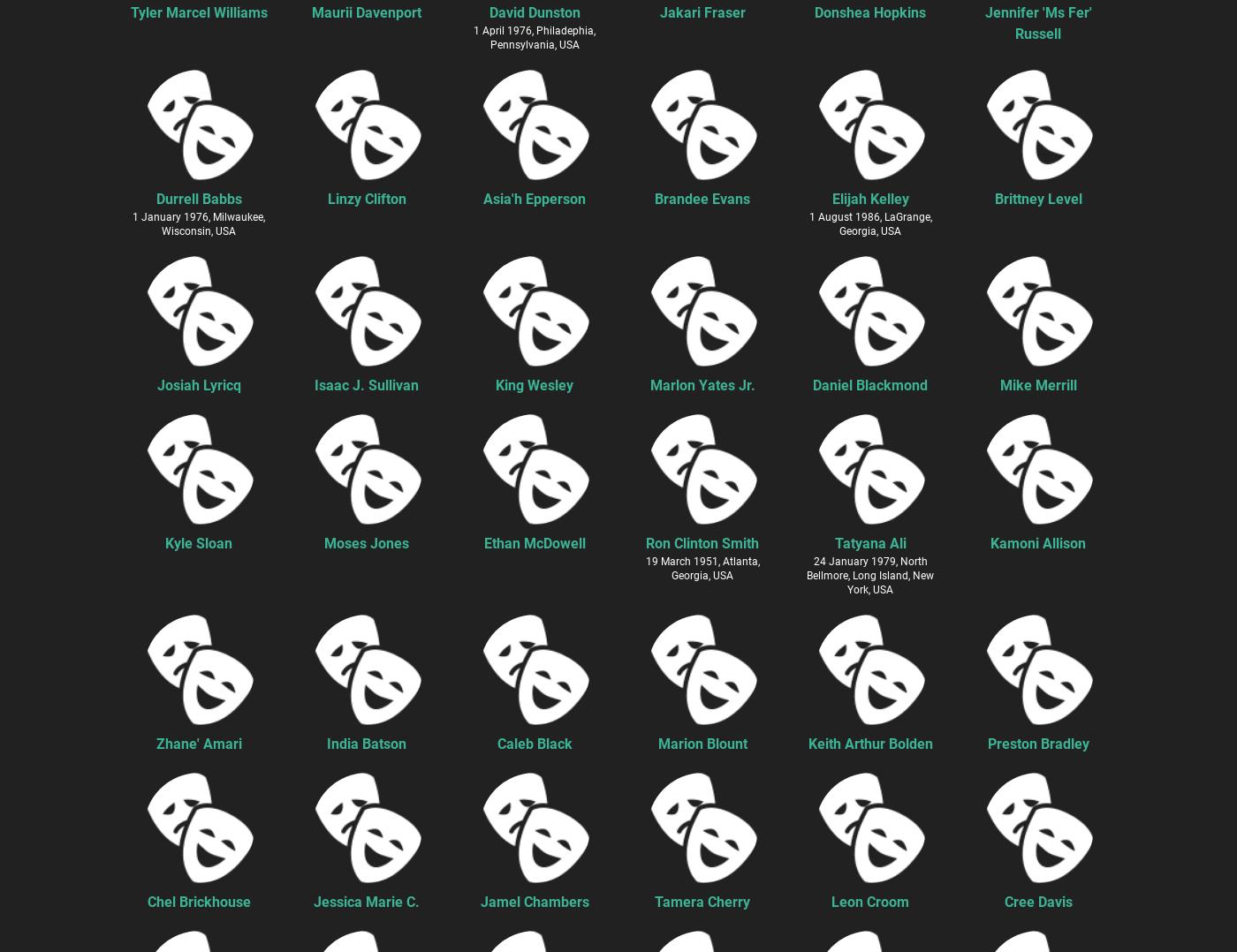  What do you see at coordinates (327, 743) in the screenshot?
I see `'India Batson'` at bounding box center [327, 743].